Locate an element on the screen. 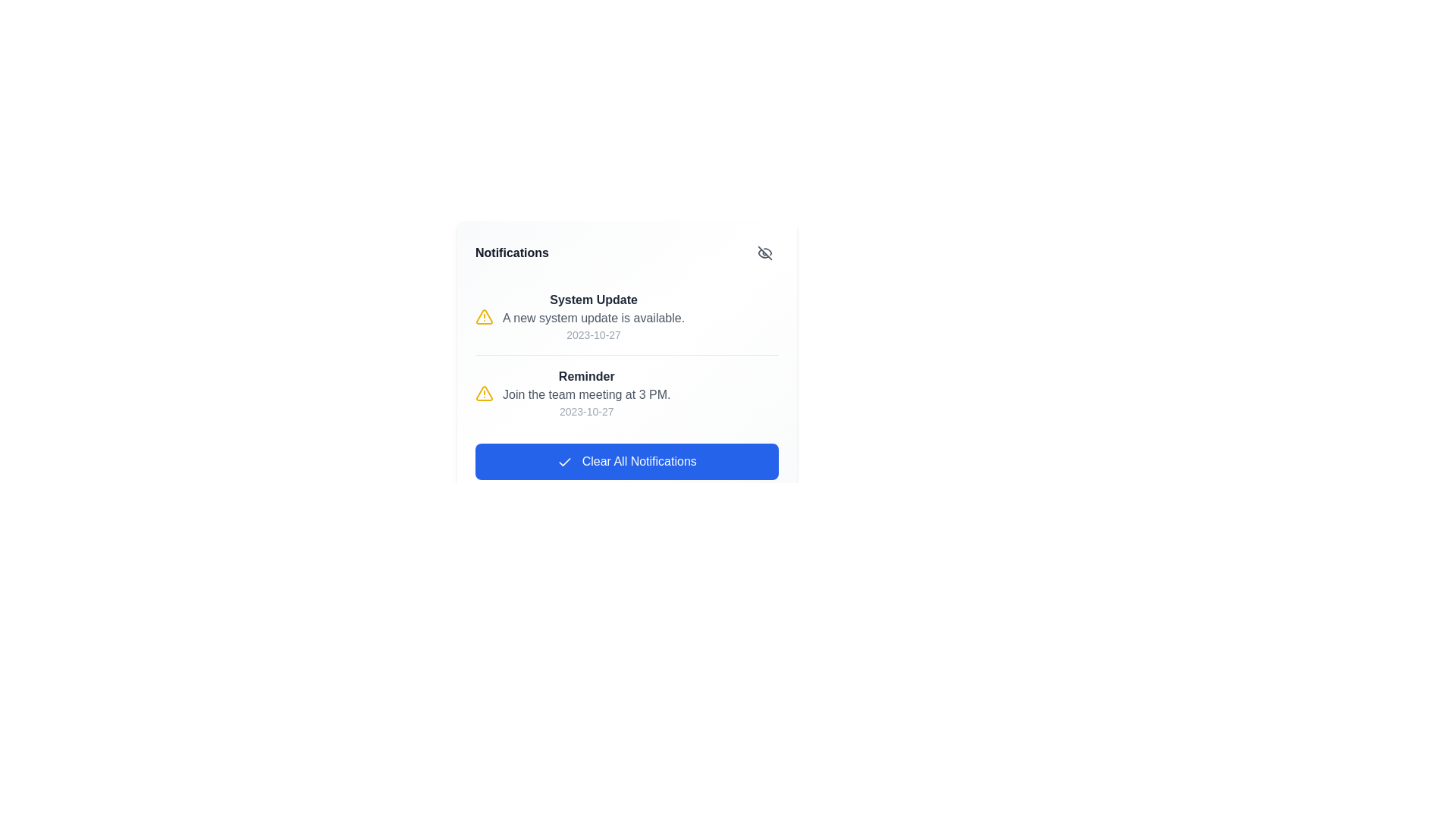 This screenshot has height=819, width=1456. the text label that displays the date for the associated notification, which is positioned below the message about the team meeting at 3 PM is located at coordinates (585, 412).